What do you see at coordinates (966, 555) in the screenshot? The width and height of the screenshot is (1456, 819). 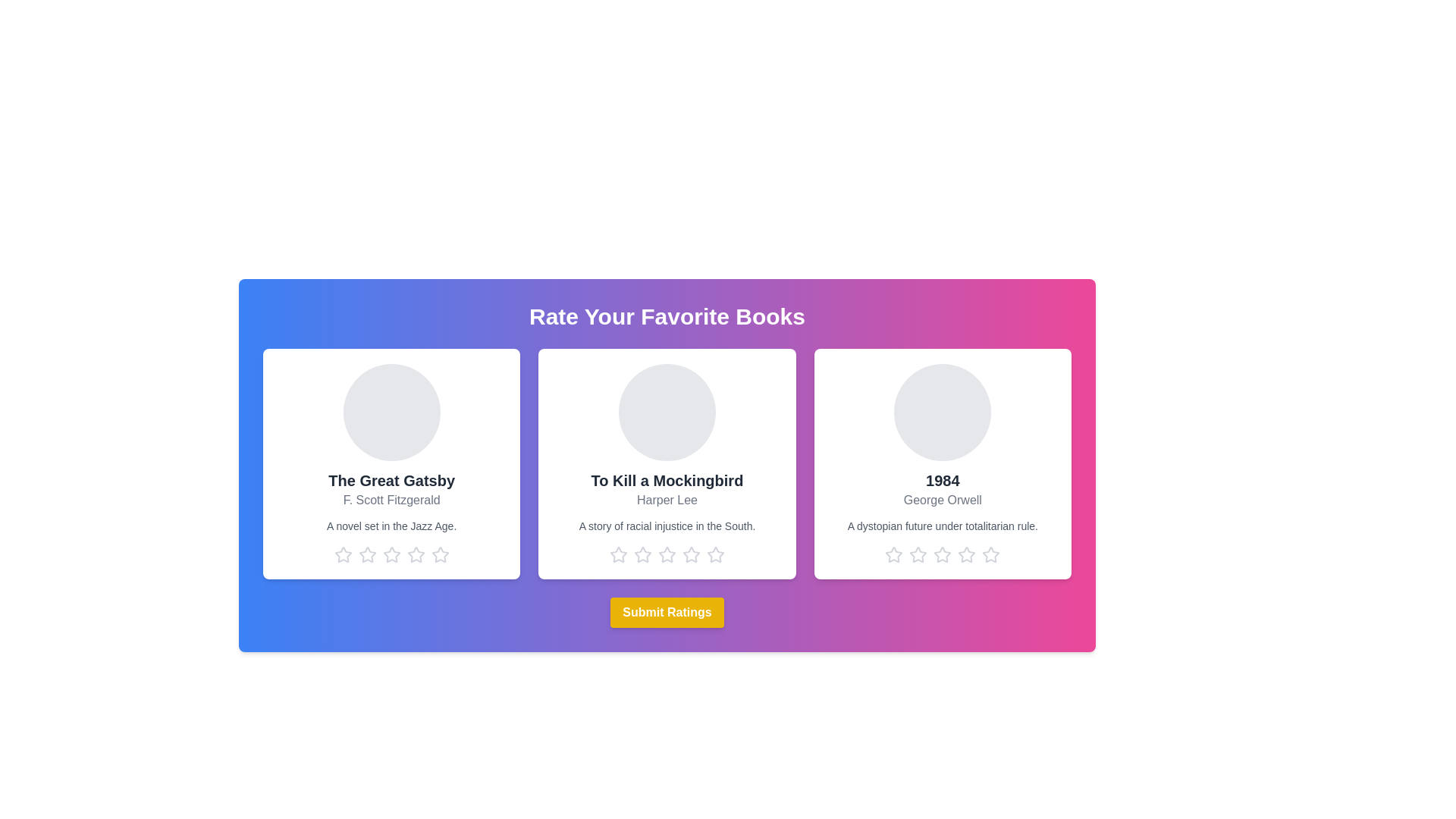 I see `the star corresponding to 4 stars for the book titled 1984` at bounding box center [966, 555].